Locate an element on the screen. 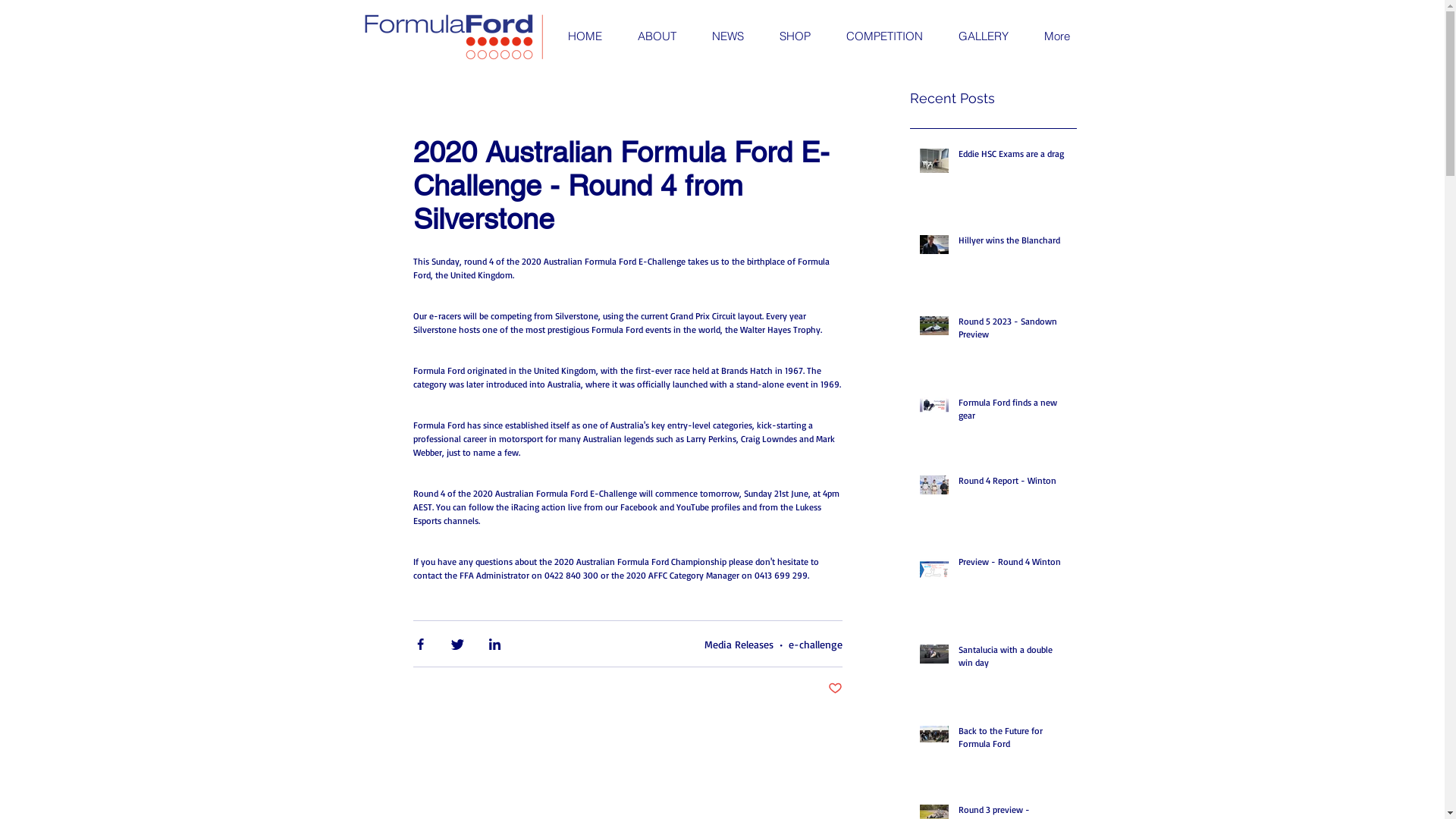  'Eddie HSC Exams are a drag' is located at coordinates (1012, 157).